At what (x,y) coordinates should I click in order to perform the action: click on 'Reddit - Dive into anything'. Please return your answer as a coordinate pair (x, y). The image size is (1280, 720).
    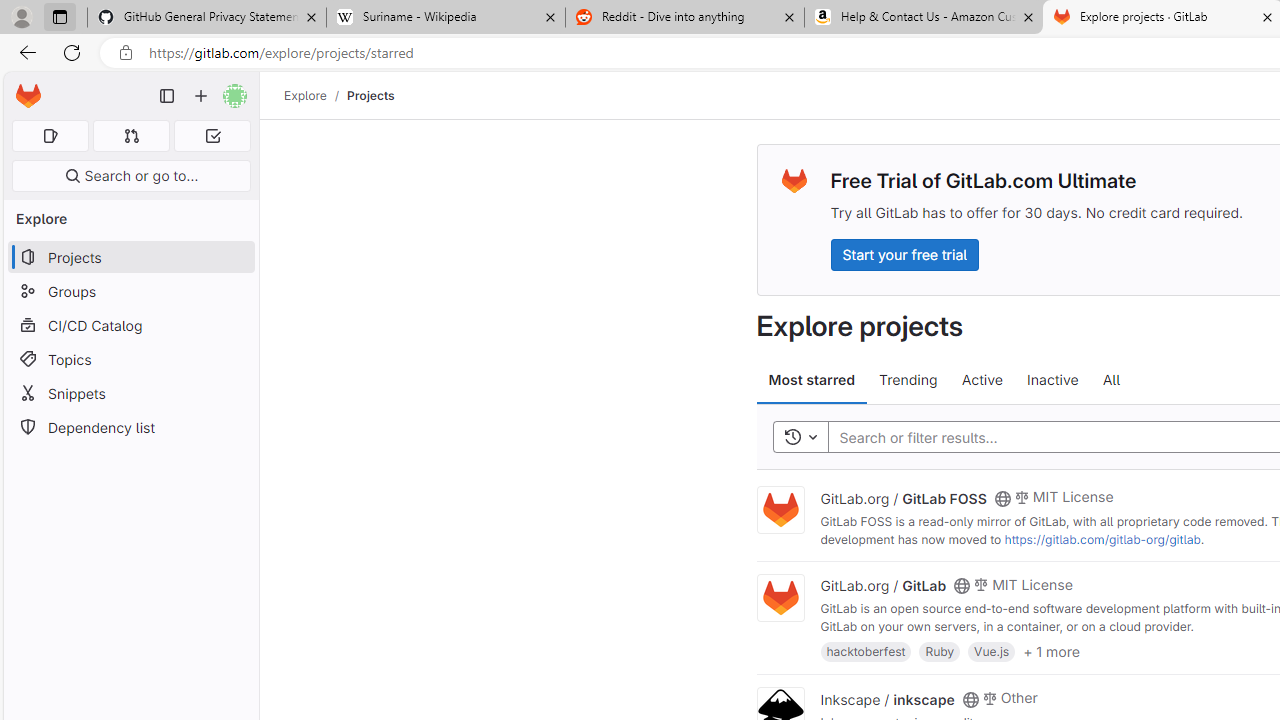
    Looking at the image, I should click on (684, 17).